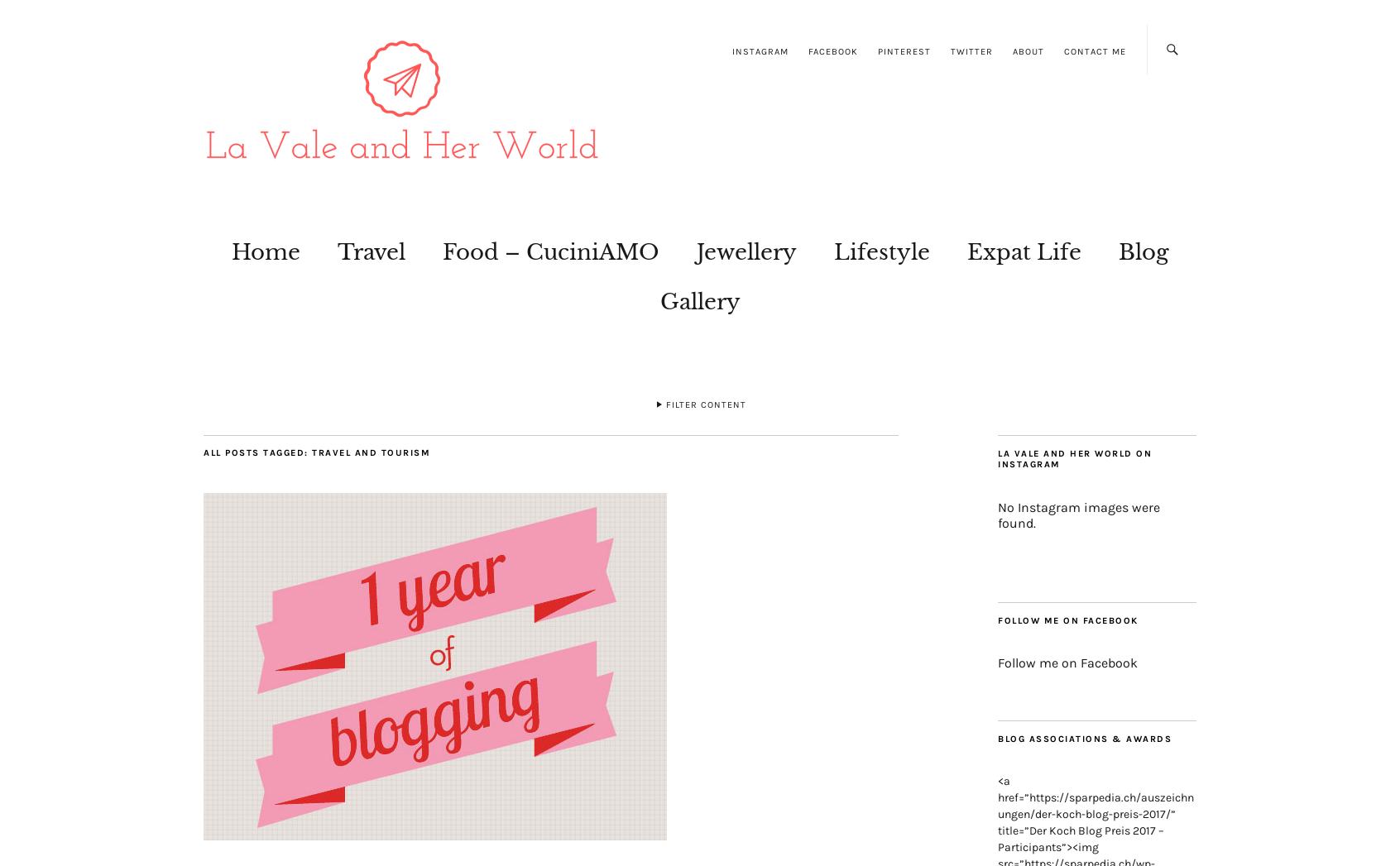 This screenshot has width=1400, height=866. I want to click on 'Travel', so click(370, 251).